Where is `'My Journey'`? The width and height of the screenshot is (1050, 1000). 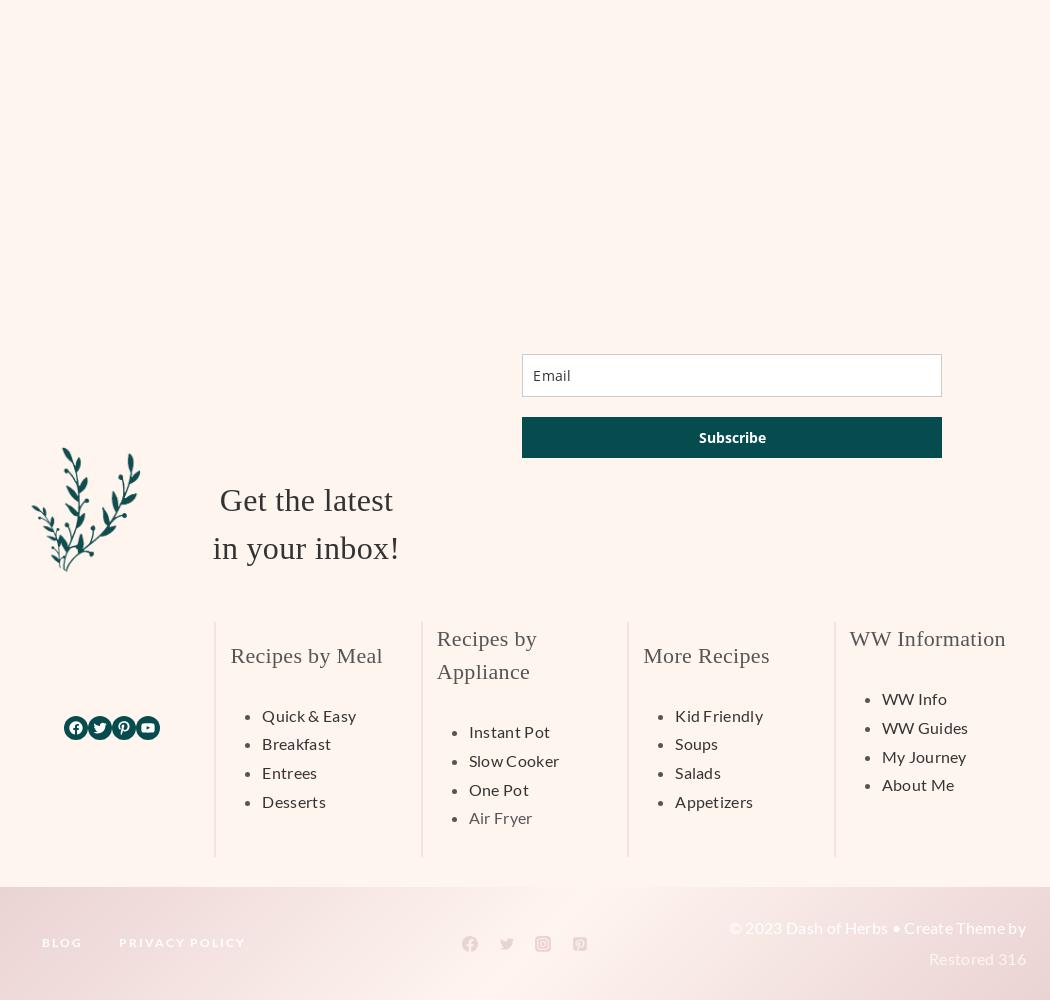
'My Journey' is located at coordinates (879, 755).